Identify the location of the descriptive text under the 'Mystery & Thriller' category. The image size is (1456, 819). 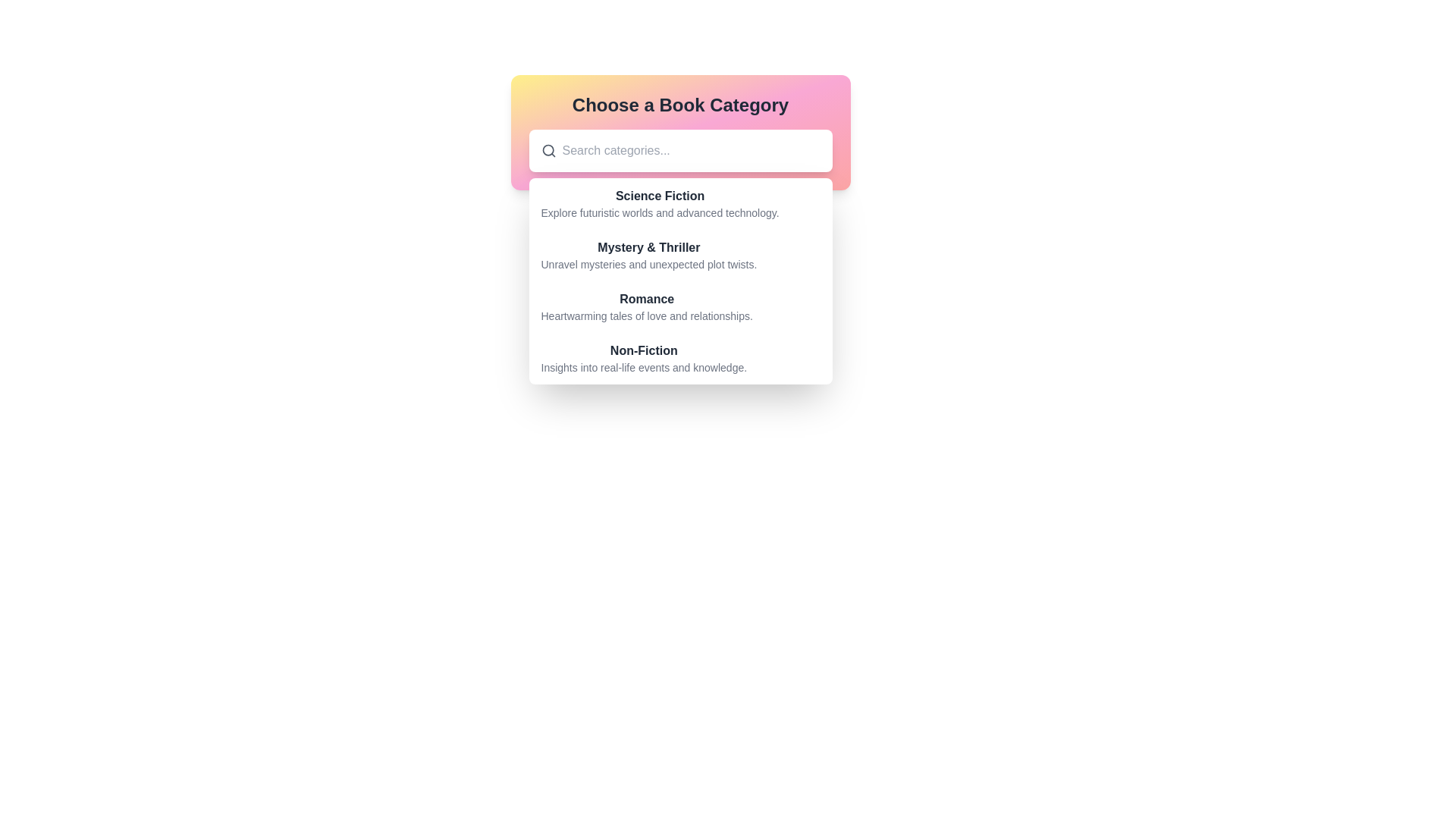
(648, 263).